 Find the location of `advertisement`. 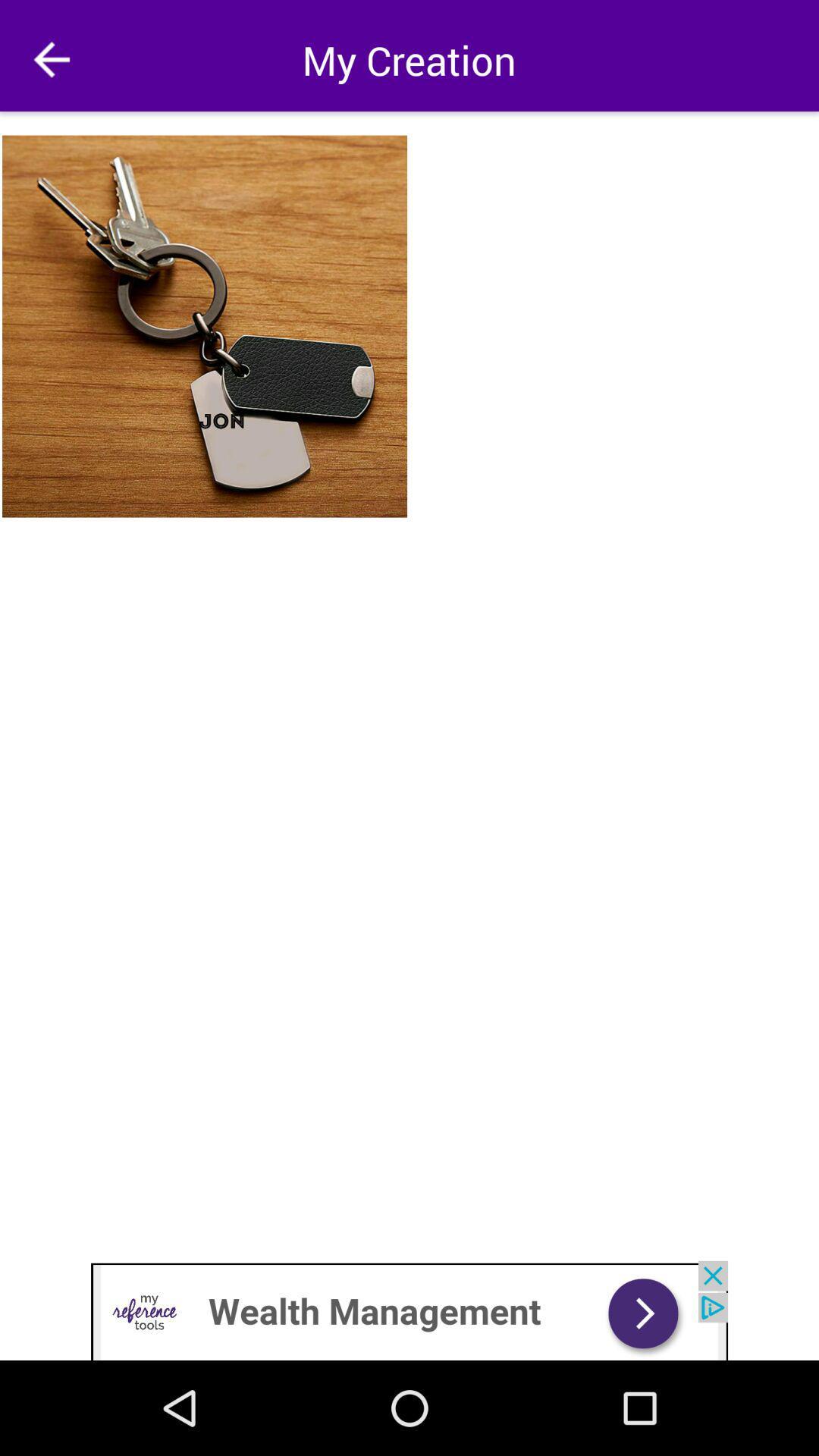

advertisement is located at coordinates (409, 1310).